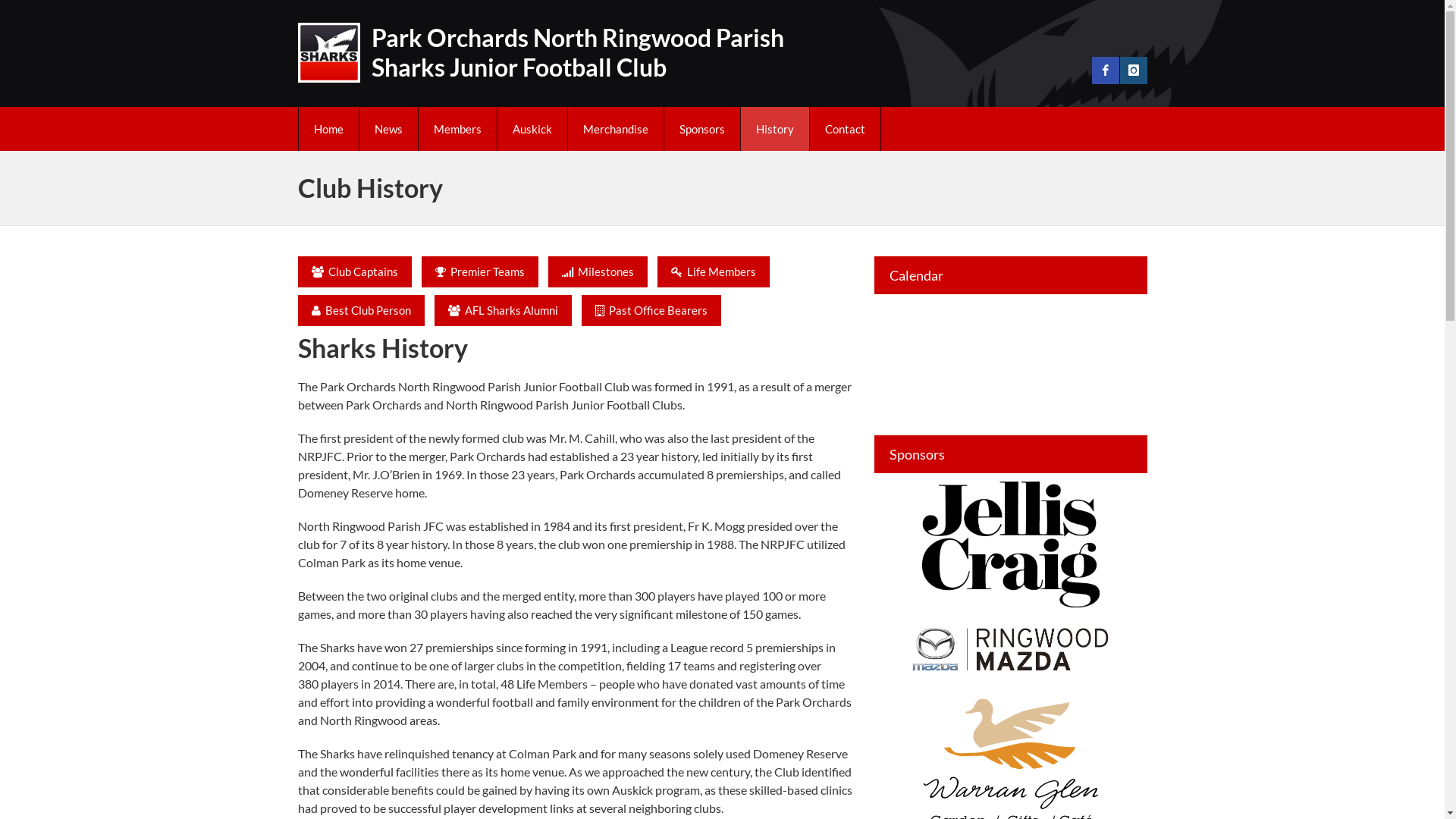  I want to click on '  AFL Sharks Alumni', so click(432, 309).